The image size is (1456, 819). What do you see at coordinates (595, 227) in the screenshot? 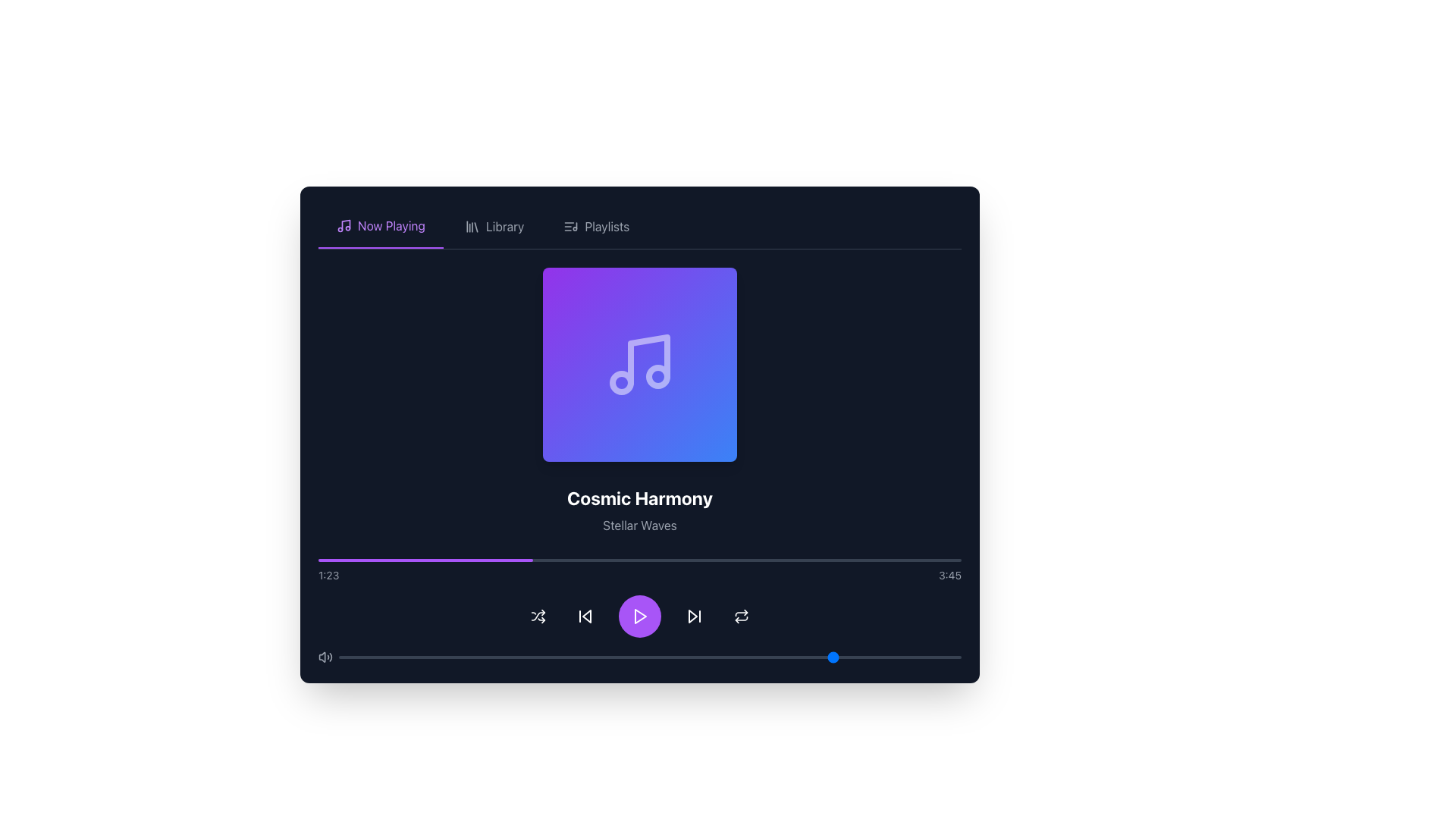
I see `the 'Playlists' button on the horizontal navigation bar` at bounding box center [595, 227].